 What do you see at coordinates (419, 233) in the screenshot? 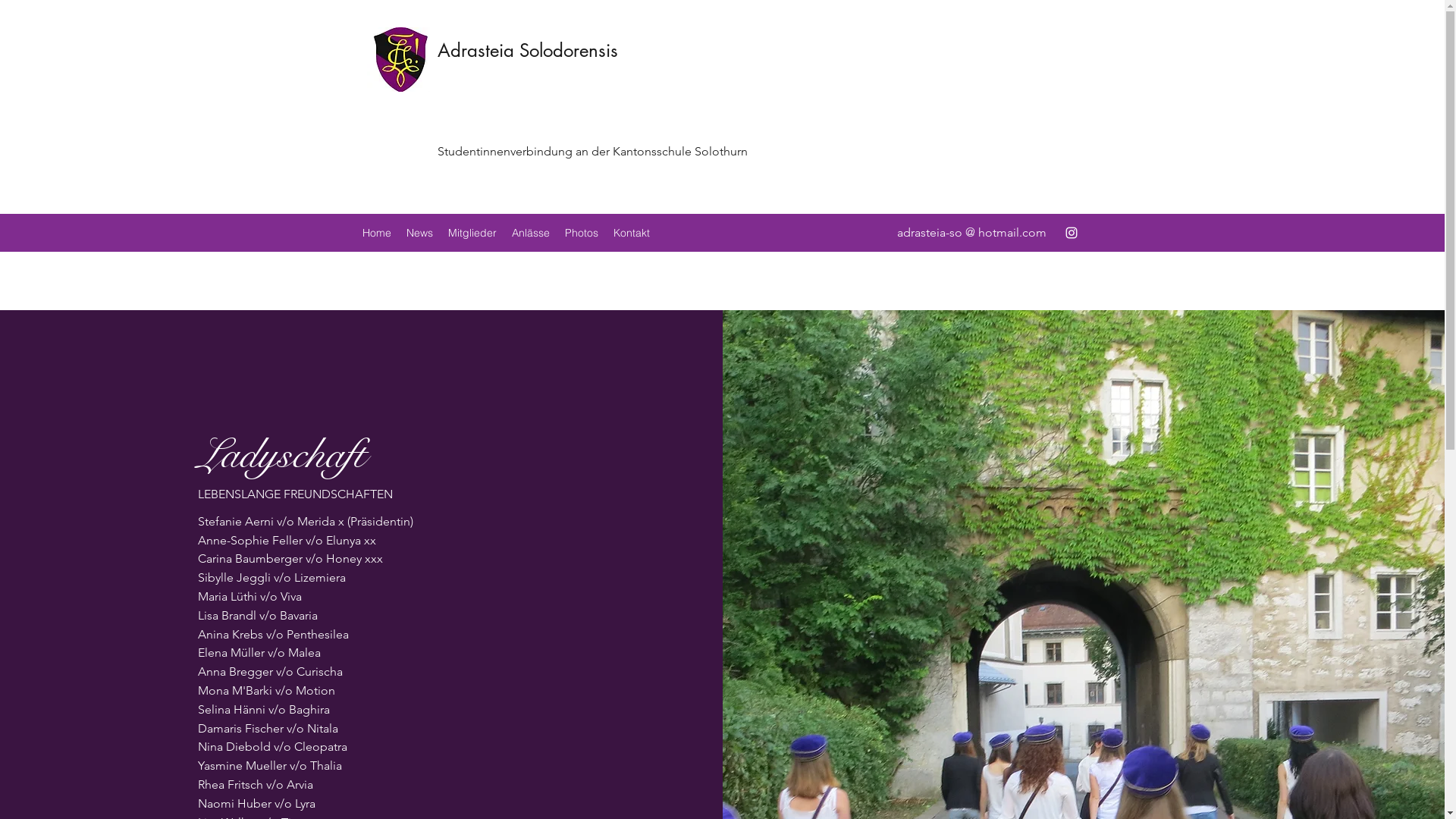
I see `'News'` at bounding box center [419, 233].